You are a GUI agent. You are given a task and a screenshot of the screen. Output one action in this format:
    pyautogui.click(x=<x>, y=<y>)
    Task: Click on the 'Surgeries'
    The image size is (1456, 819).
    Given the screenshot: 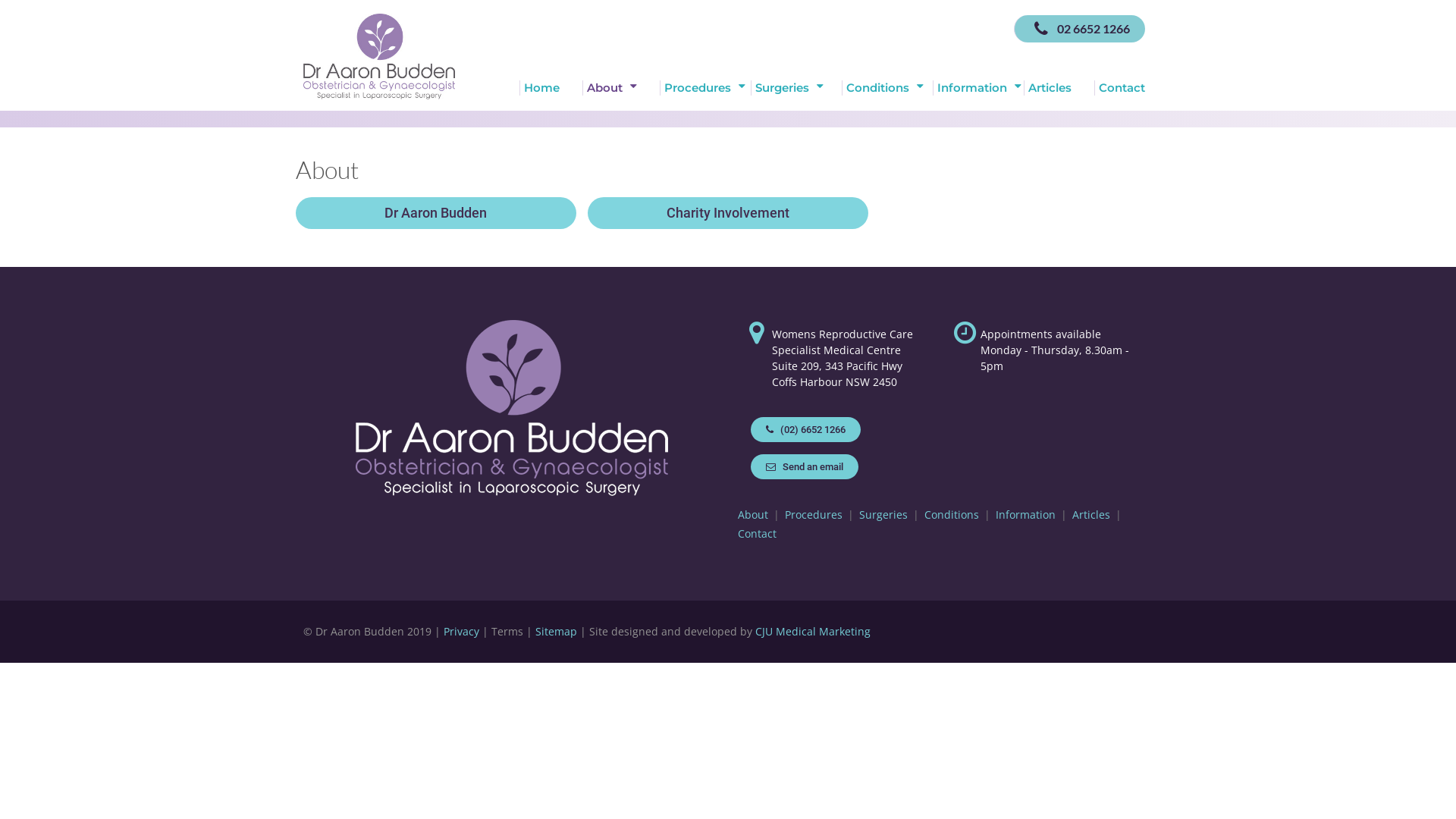 What is the action you would take?
    pyautogui.click(x=795, y=87)
    